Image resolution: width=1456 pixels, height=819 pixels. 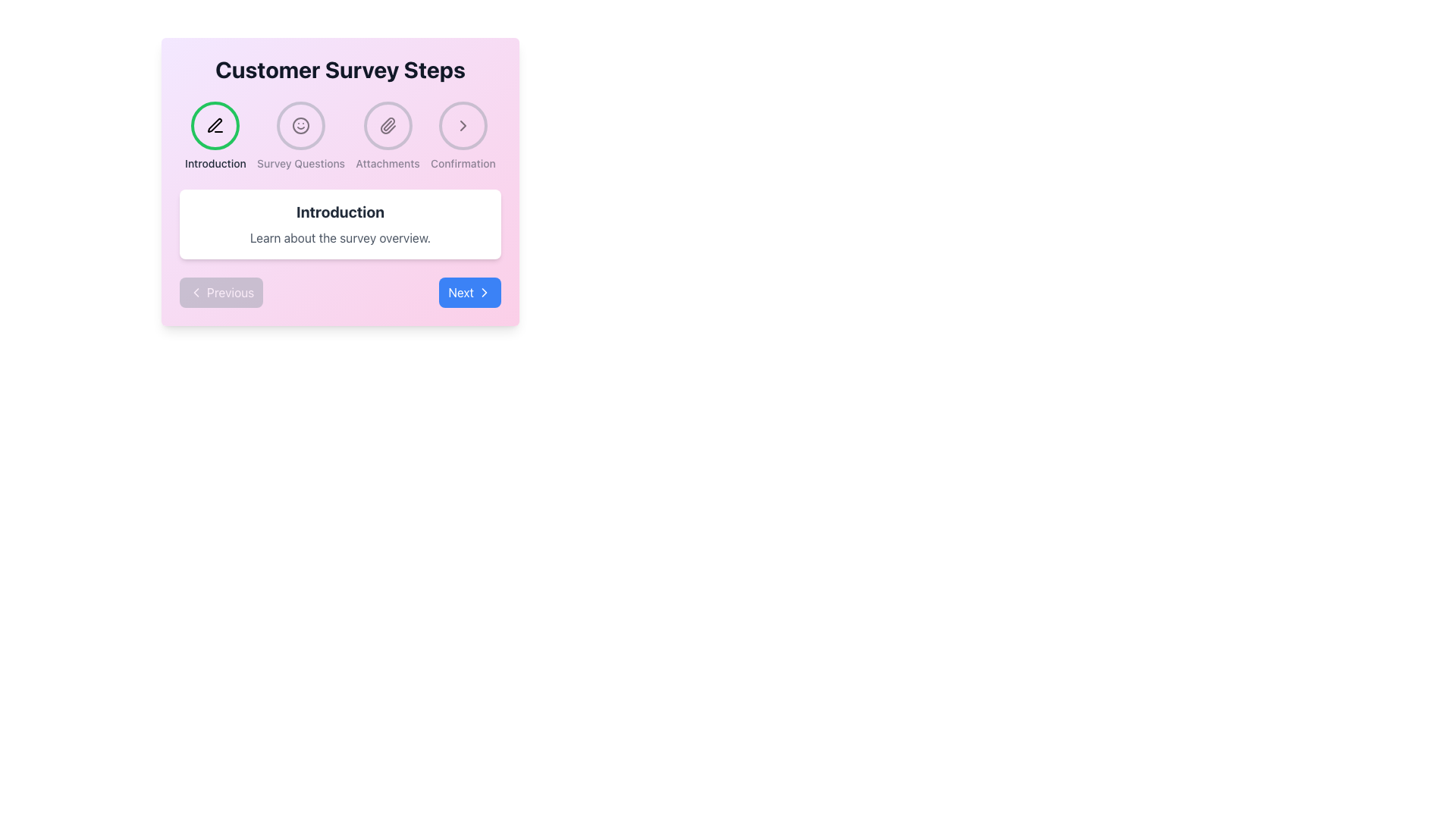 What do you see at coordinates (340, 187) in the screenshot?
I see `the highlighted 'Introduction' button in the Multi-step navigation panel` at bounding box center [340, 187].